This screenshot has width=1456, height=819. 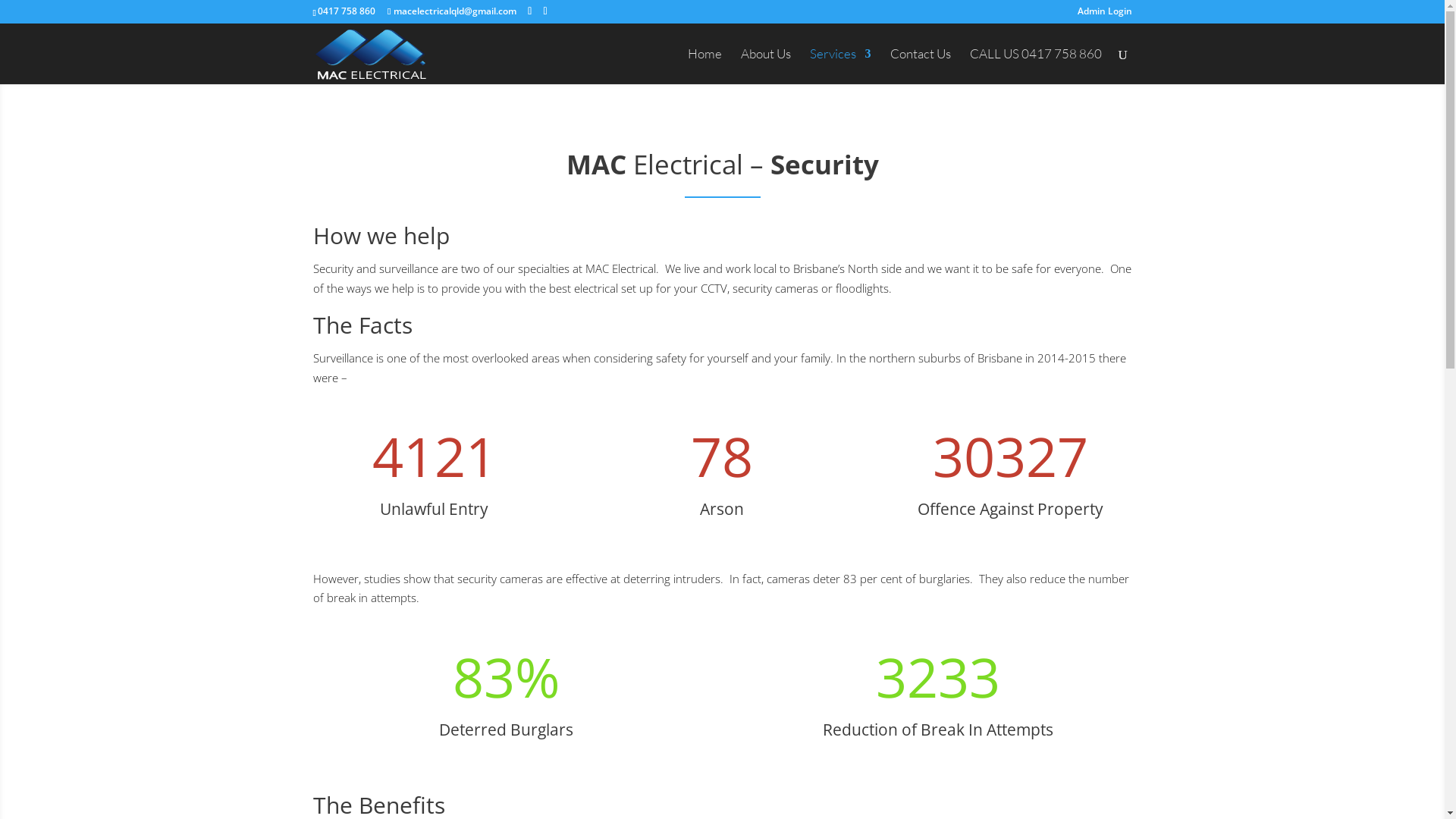 What do you see at coordinates (686, 65) in the screenshot?
I see `'Home'` at bounding box center [686, 65].